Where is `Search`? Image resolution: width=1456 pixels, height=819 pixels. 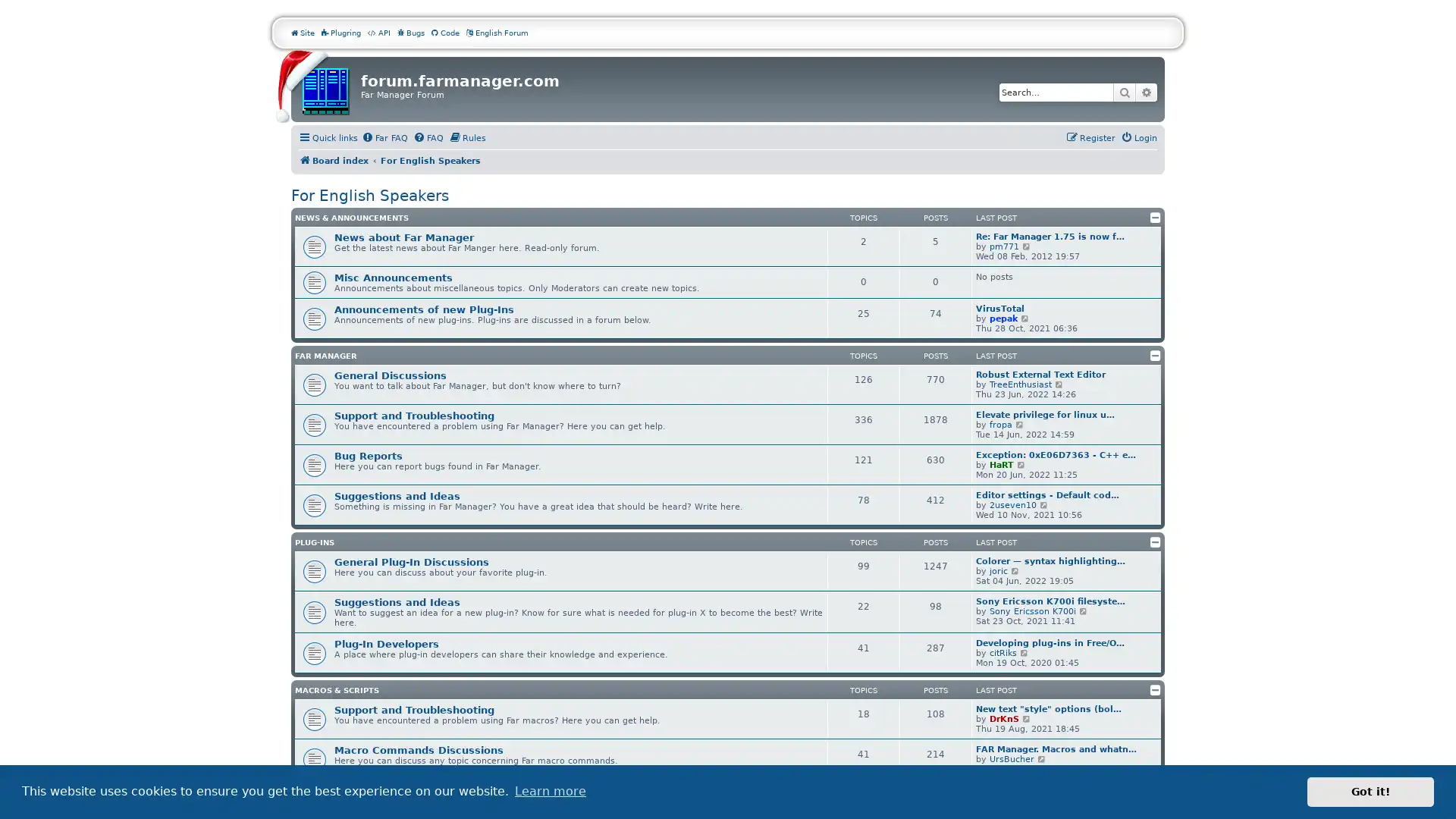
Search is located at coordinates (1125, 93).